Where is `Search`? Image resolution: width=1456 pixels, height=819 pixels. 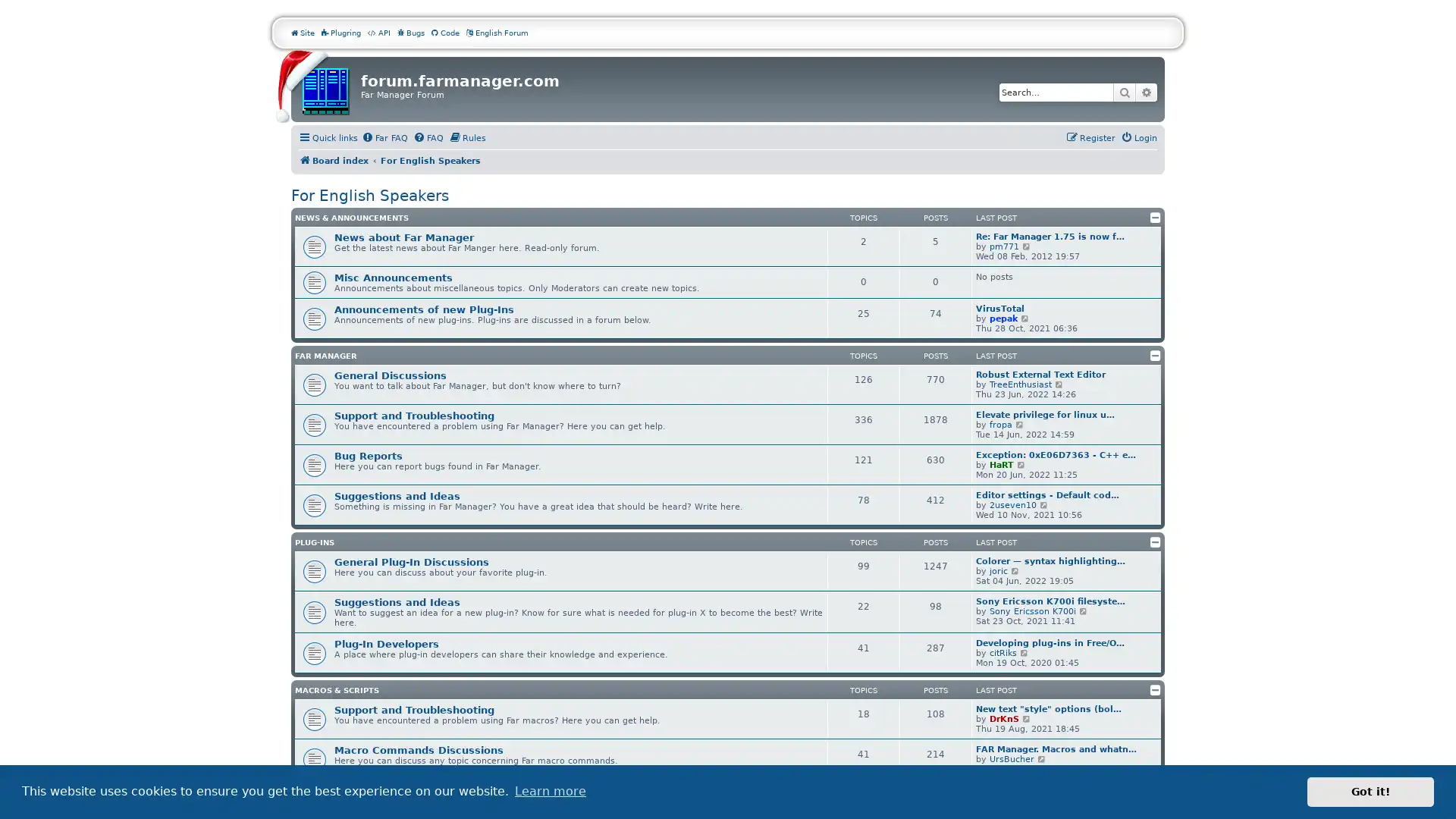
Search is located at coordinates (1125, 93).